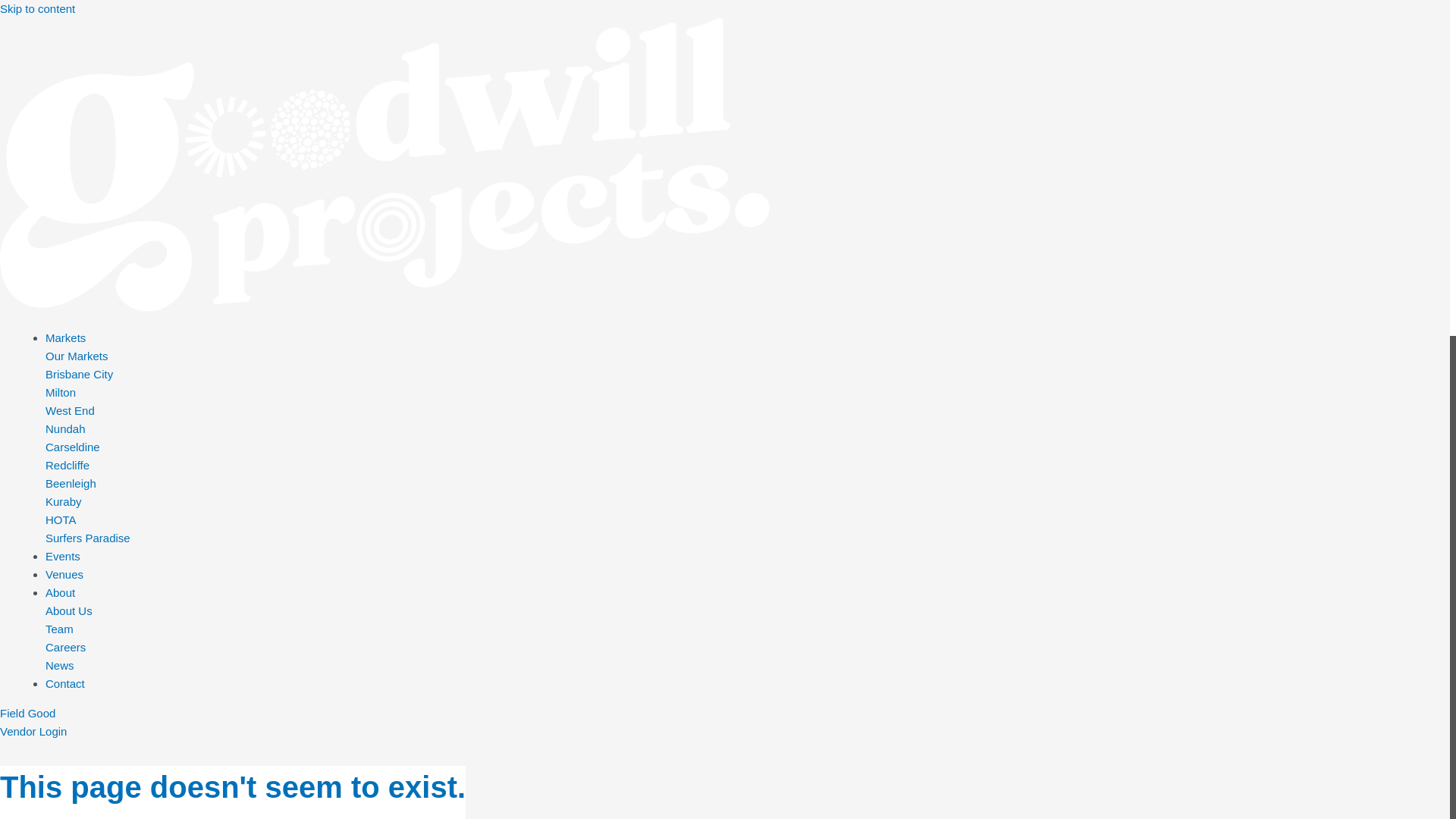 This screenshot has height=819, width=1456. What do you see at coordinates (61, 519) in the screenshot?
I see `'HOTA'` at bounding box center [61, 519].